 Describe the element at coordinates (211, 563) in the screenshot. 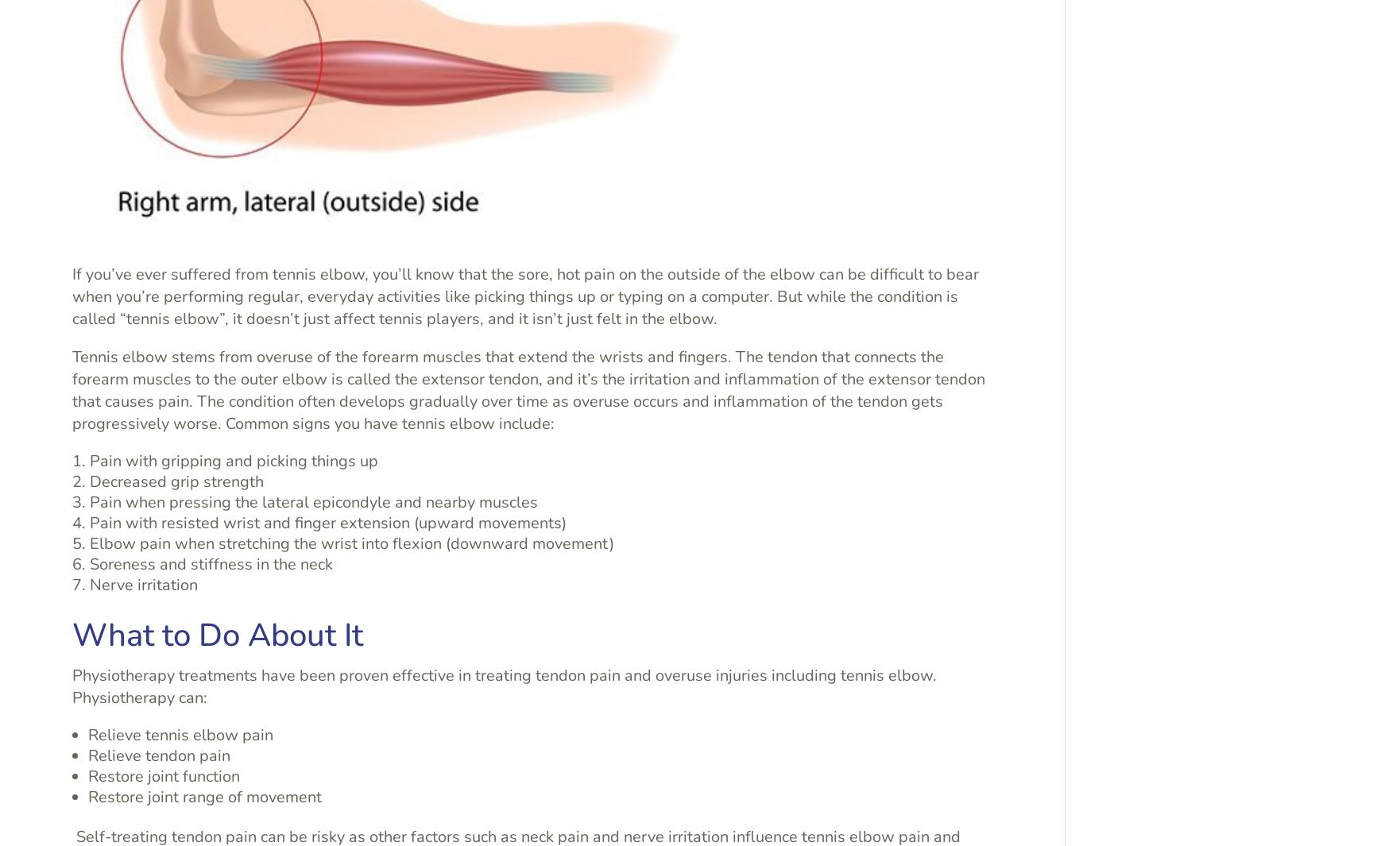

I see `'Soreness and stiffness in the neck'` at that location.